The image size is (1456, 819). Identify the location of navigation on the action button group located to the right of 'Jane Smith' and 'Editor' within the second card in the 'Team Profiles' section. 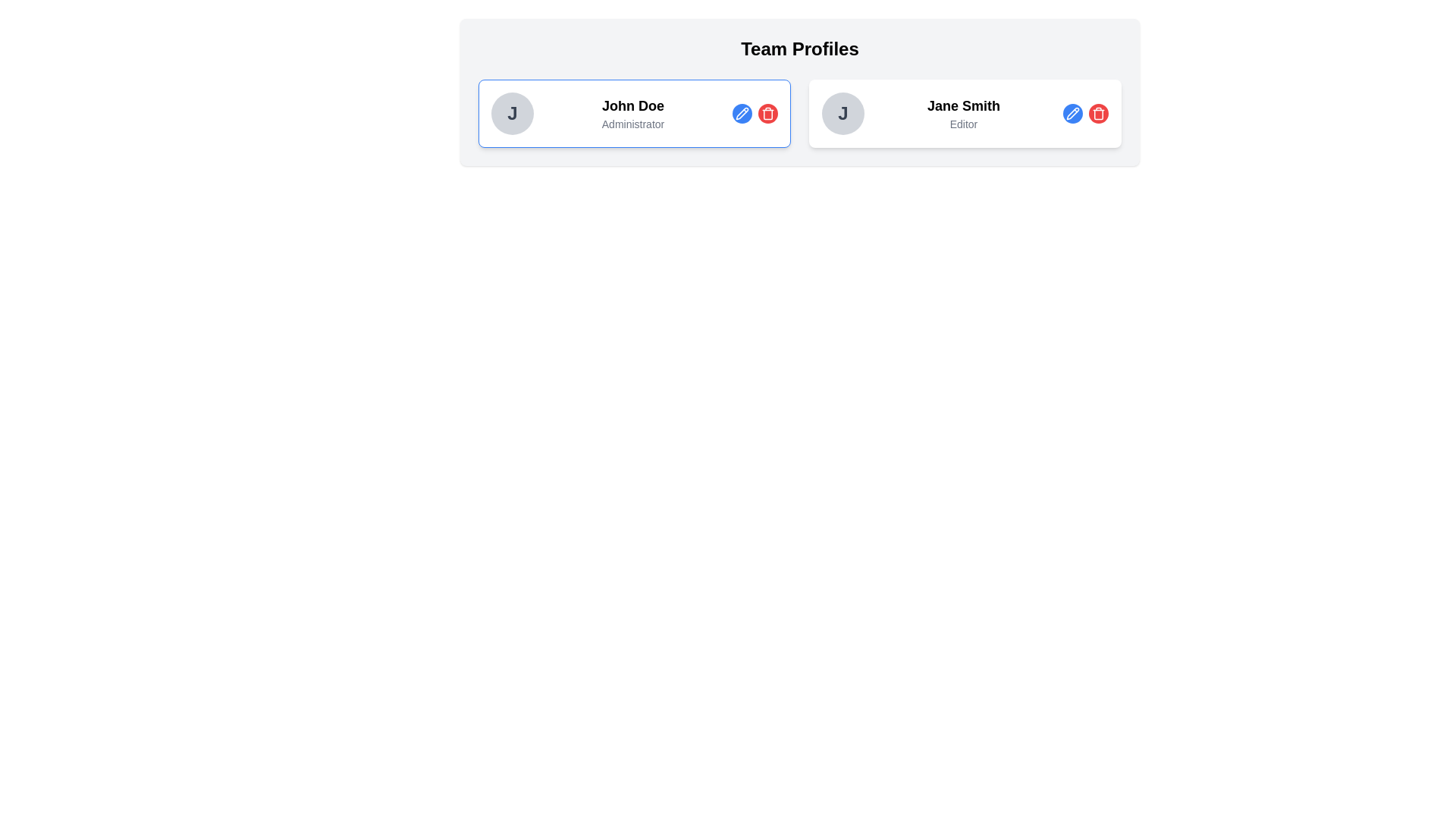
(1084, 113).